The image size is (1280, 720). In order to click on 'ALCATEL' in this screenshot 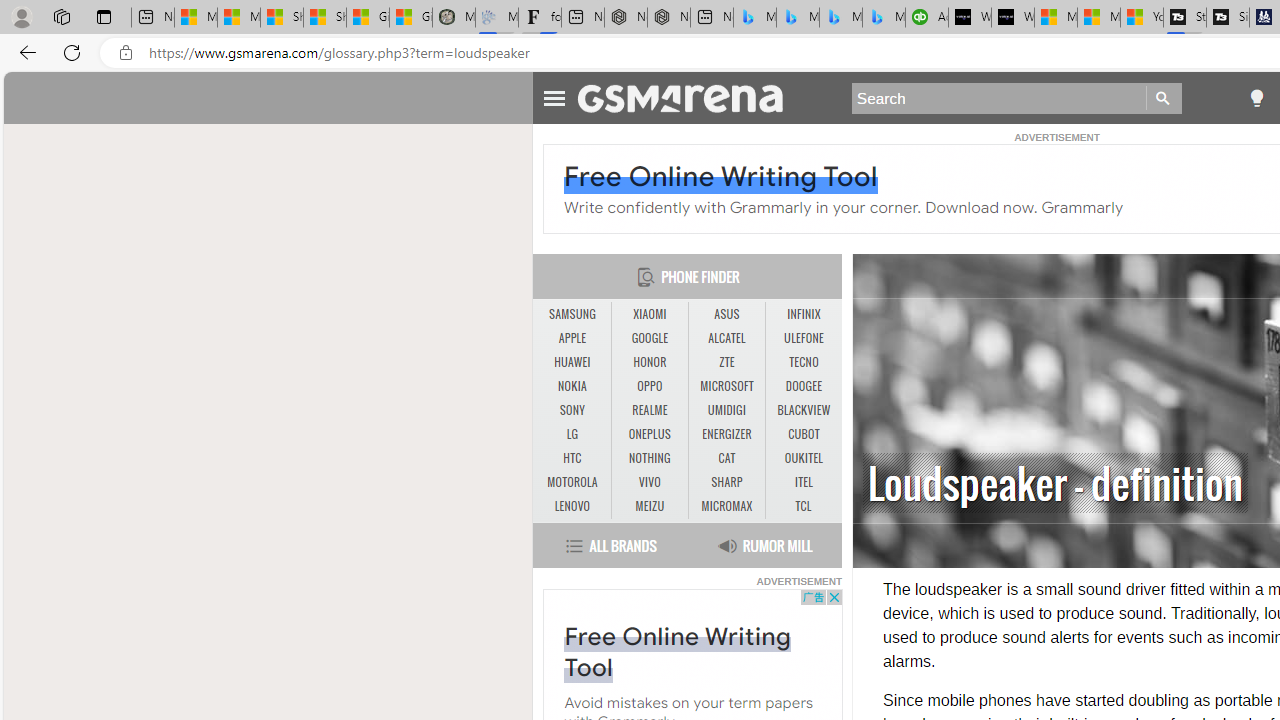, I will do `click(726, 337)`.